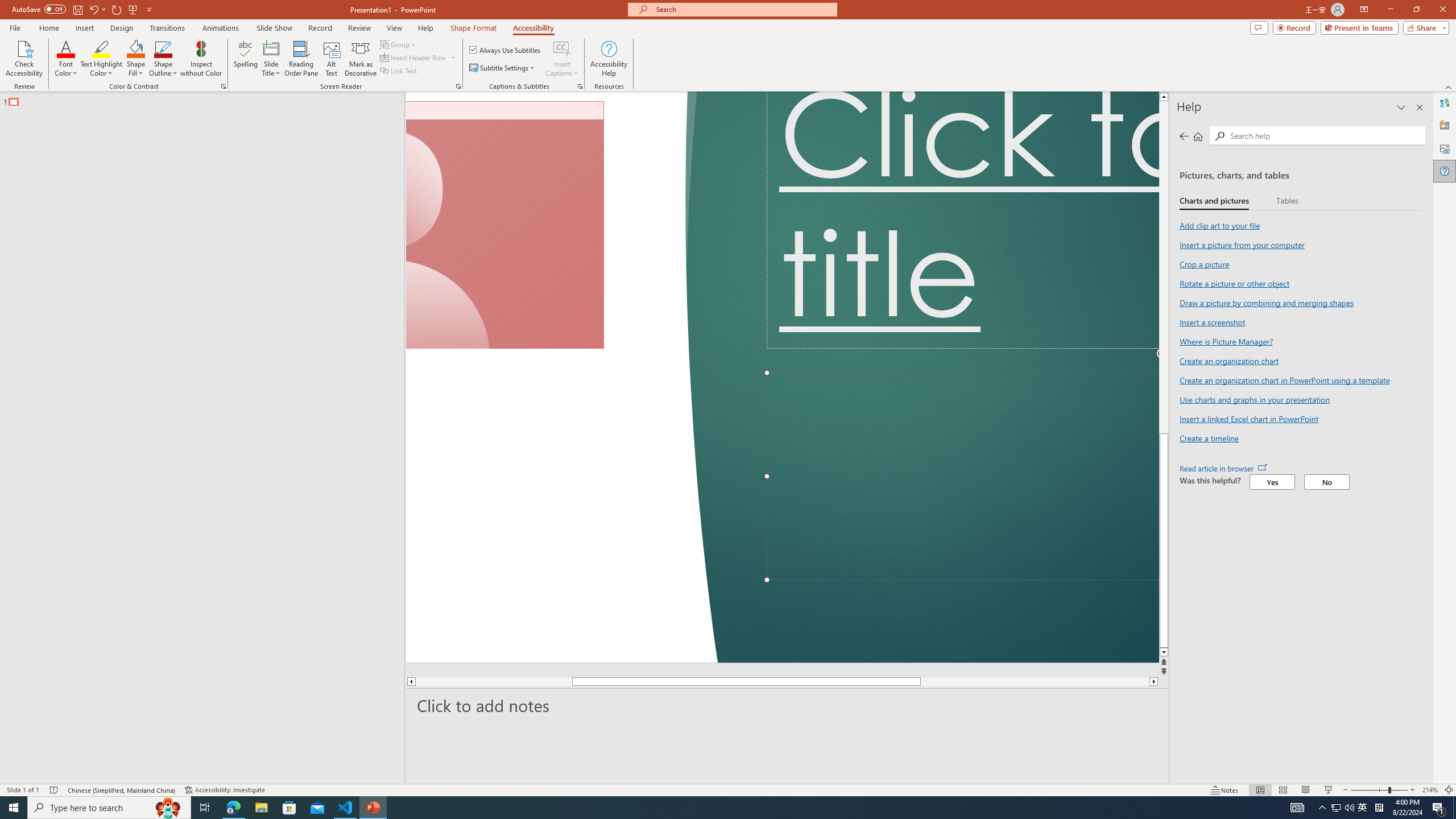 This screenshot has width=1456, height=819. Describe the element at coordinates (1266, 303) in the screenshot. I see `'Draw a picture by combining and merging shapes'` at that location.